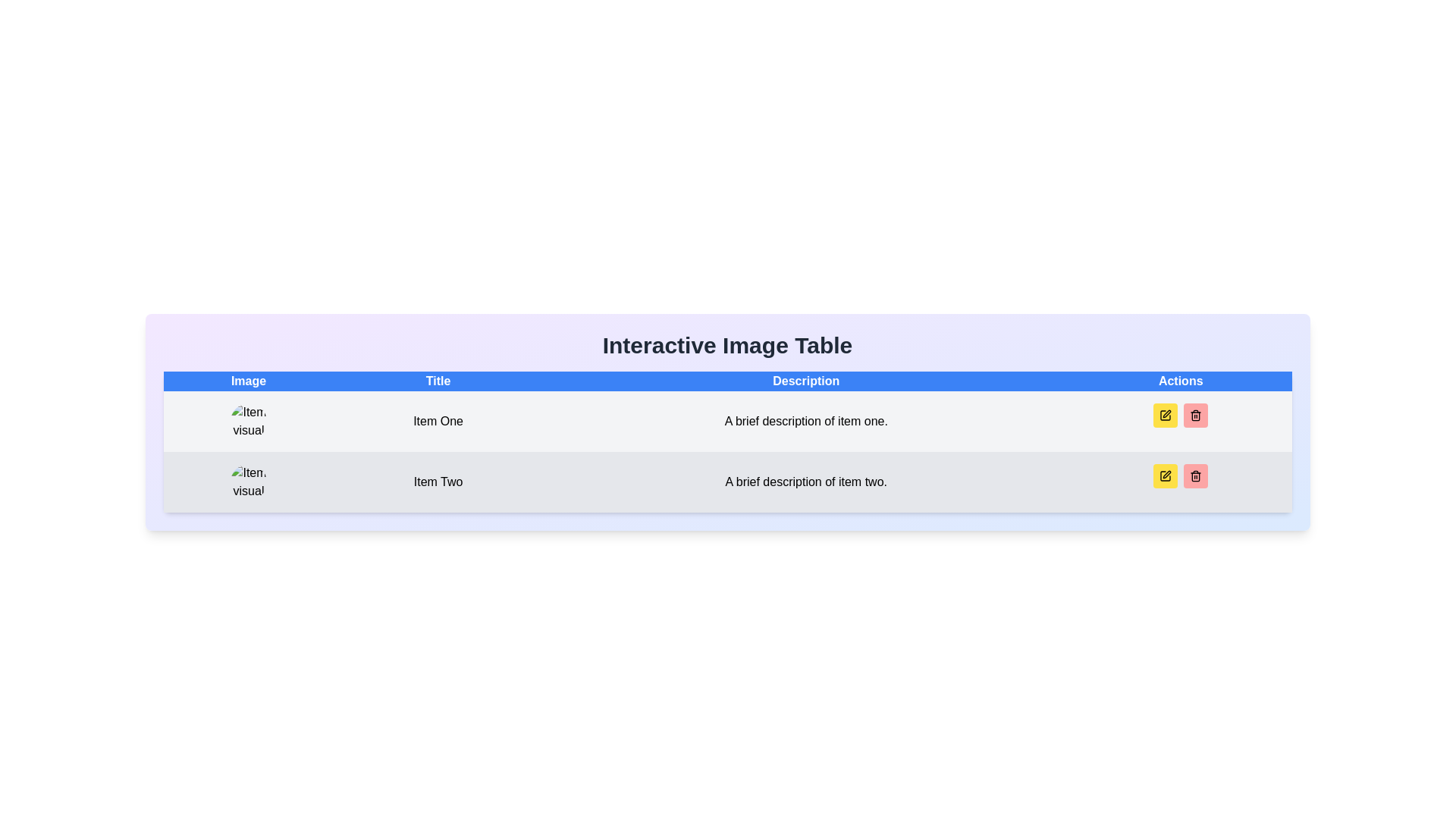  What do you see at coordinates (1165, 475) in the screenshot?
I see `the 'Edit' icon button located in the 'Actions' column next to the entry titled 'Item Two'` at bounding box center [1165, 475].